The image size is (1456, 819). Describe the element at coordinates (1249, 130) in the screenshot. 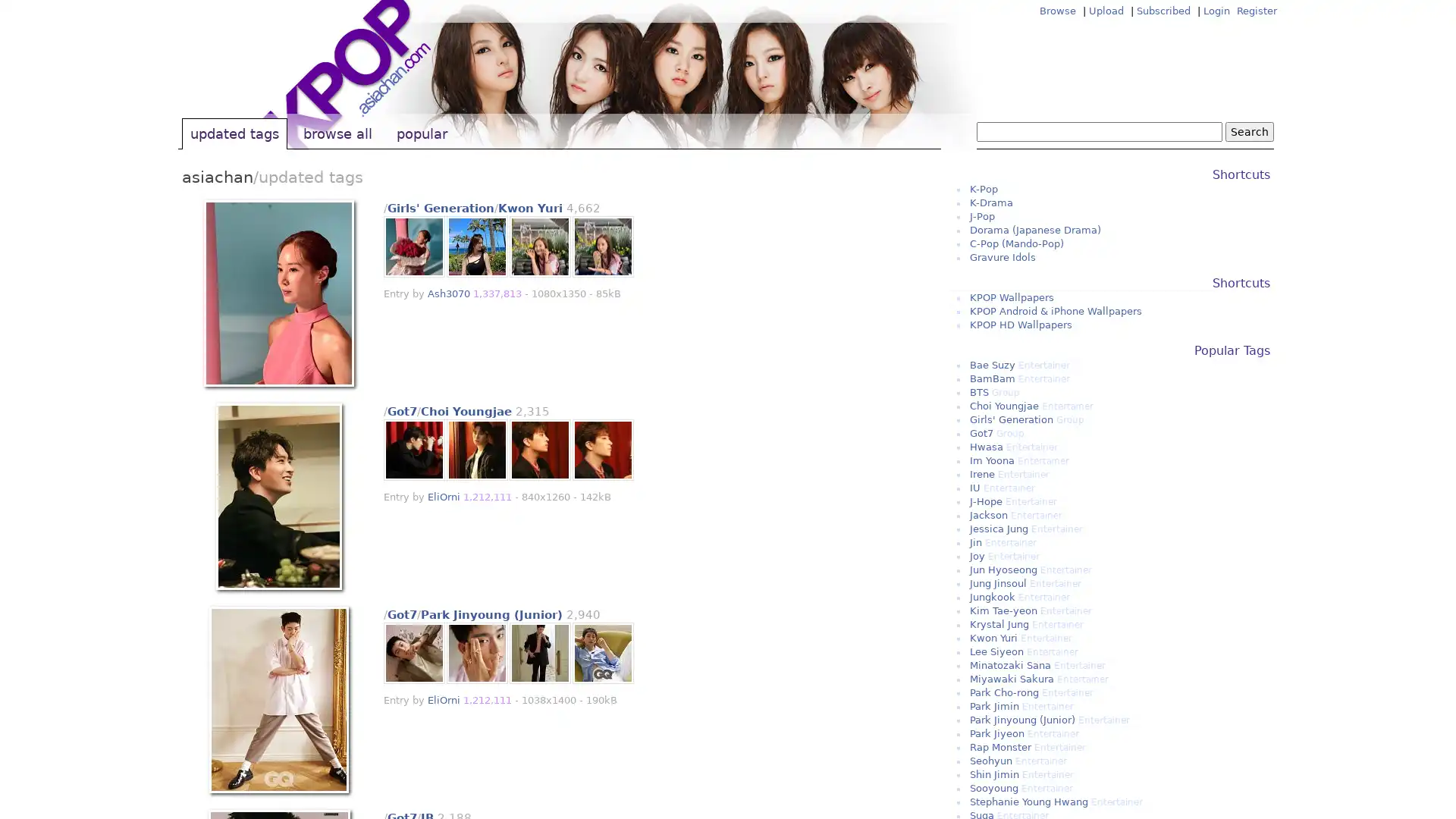

I see `Search` at that location.